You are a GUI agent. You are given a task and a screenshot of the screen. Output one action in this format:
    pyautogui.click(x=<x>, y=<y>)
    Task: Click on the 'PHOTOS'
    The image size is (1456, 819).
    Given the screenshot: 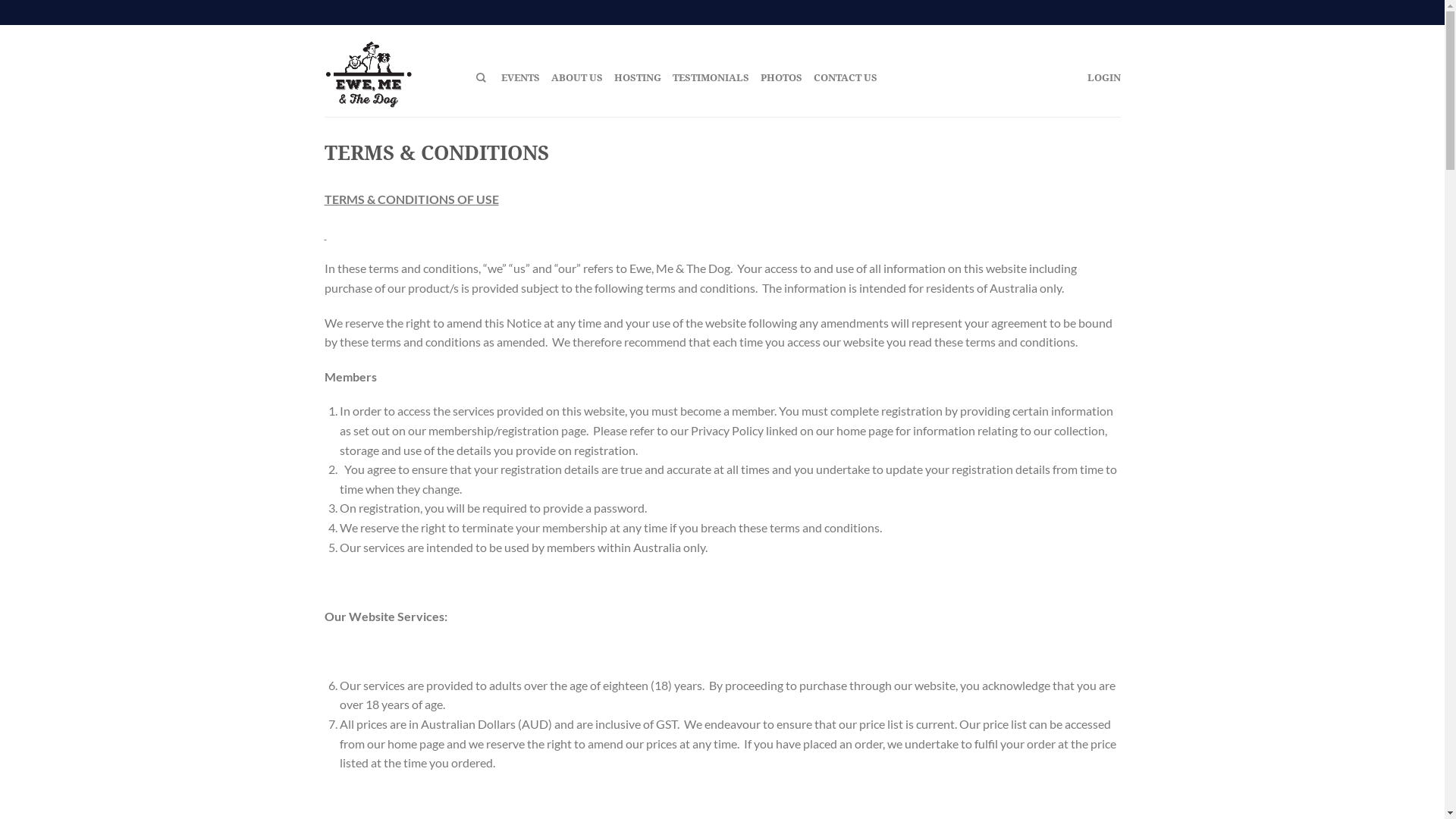 What is the action you would take?
    pyautogui.click(x=760, y=77)
    